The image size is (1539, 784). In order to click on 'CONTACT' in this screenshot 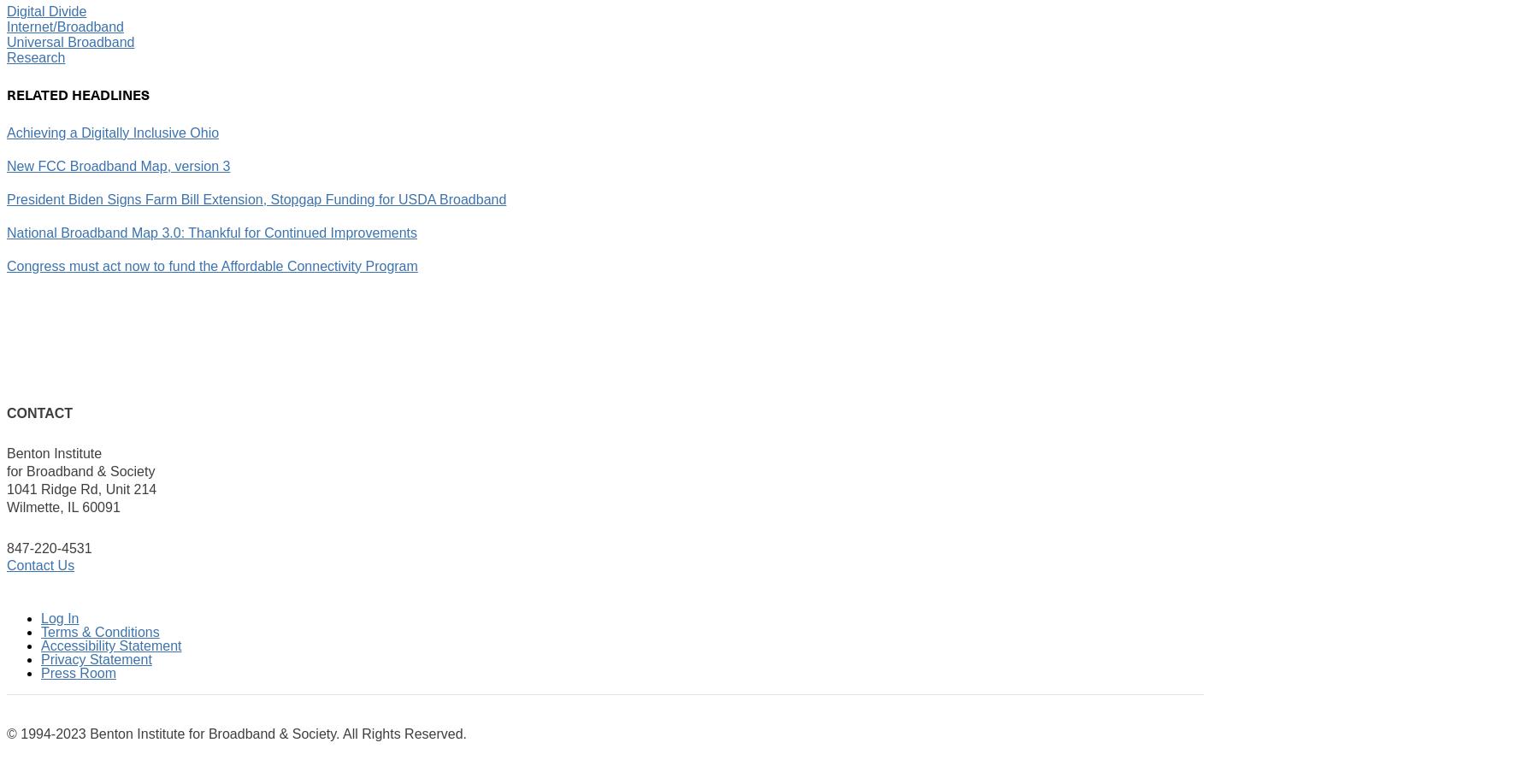, I will do `click(38, 411)`.